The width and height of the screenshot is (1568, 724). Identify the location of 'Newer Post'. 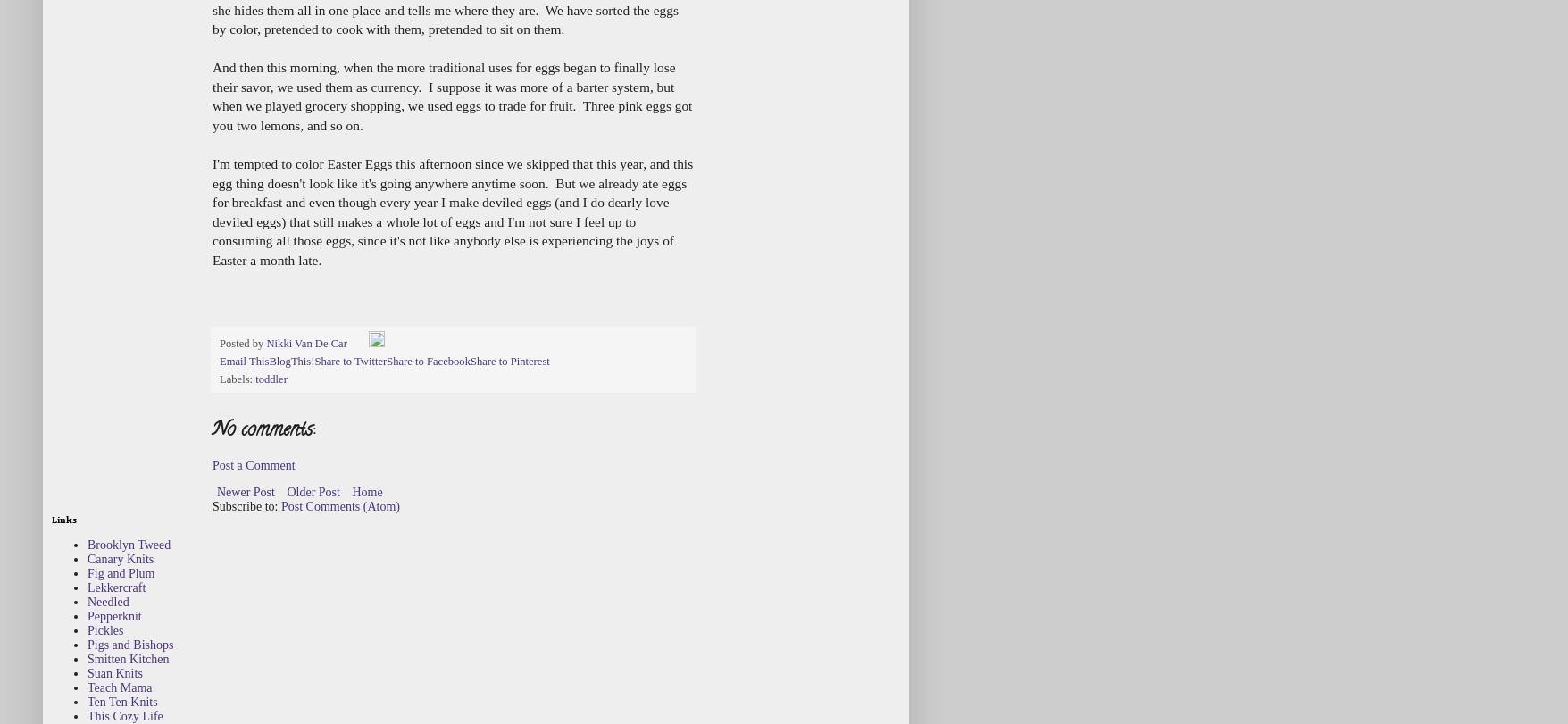
(245, 490).